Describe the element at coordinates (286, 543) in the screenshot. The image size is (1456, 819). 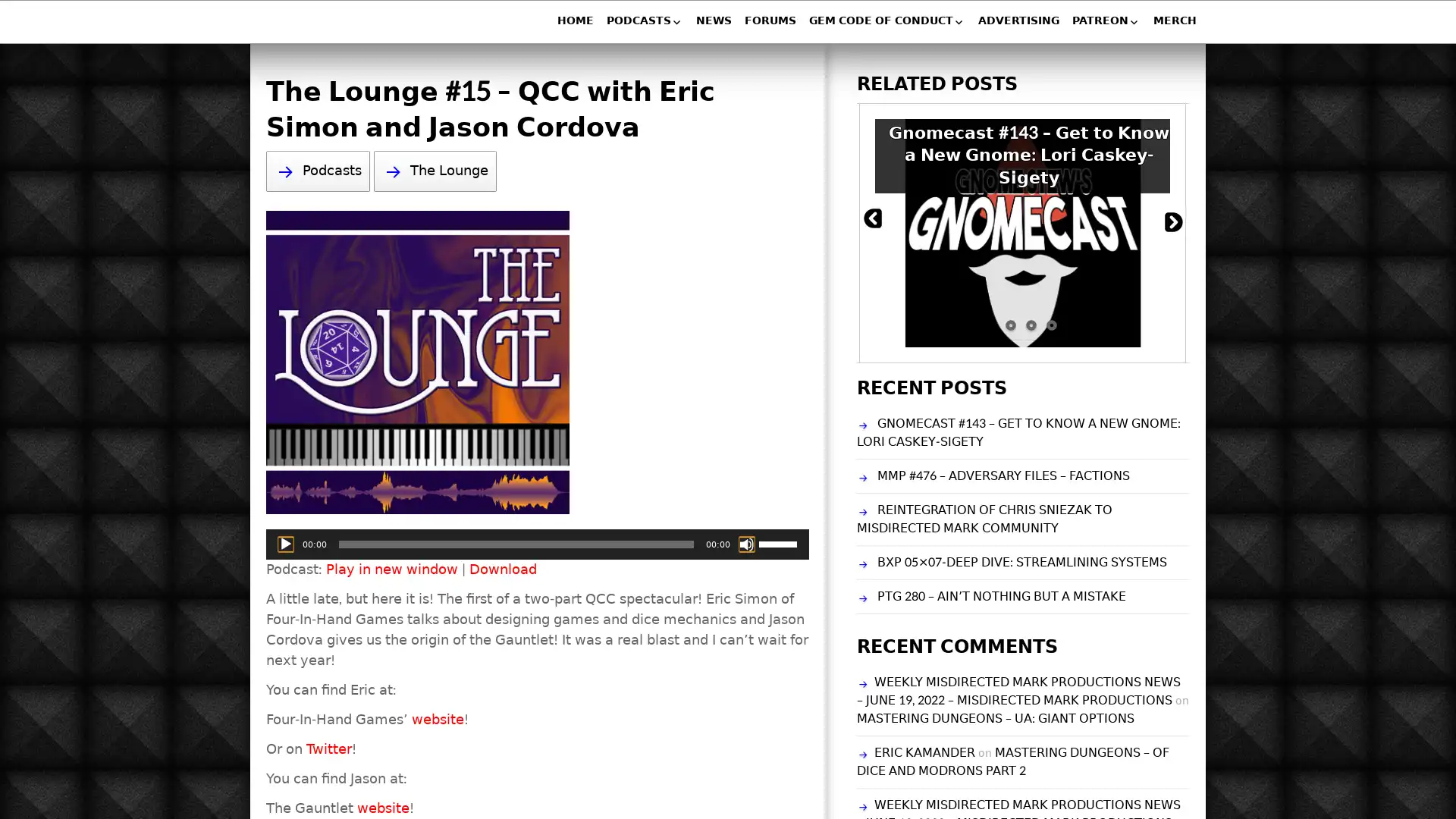
I see `Play` at that location.